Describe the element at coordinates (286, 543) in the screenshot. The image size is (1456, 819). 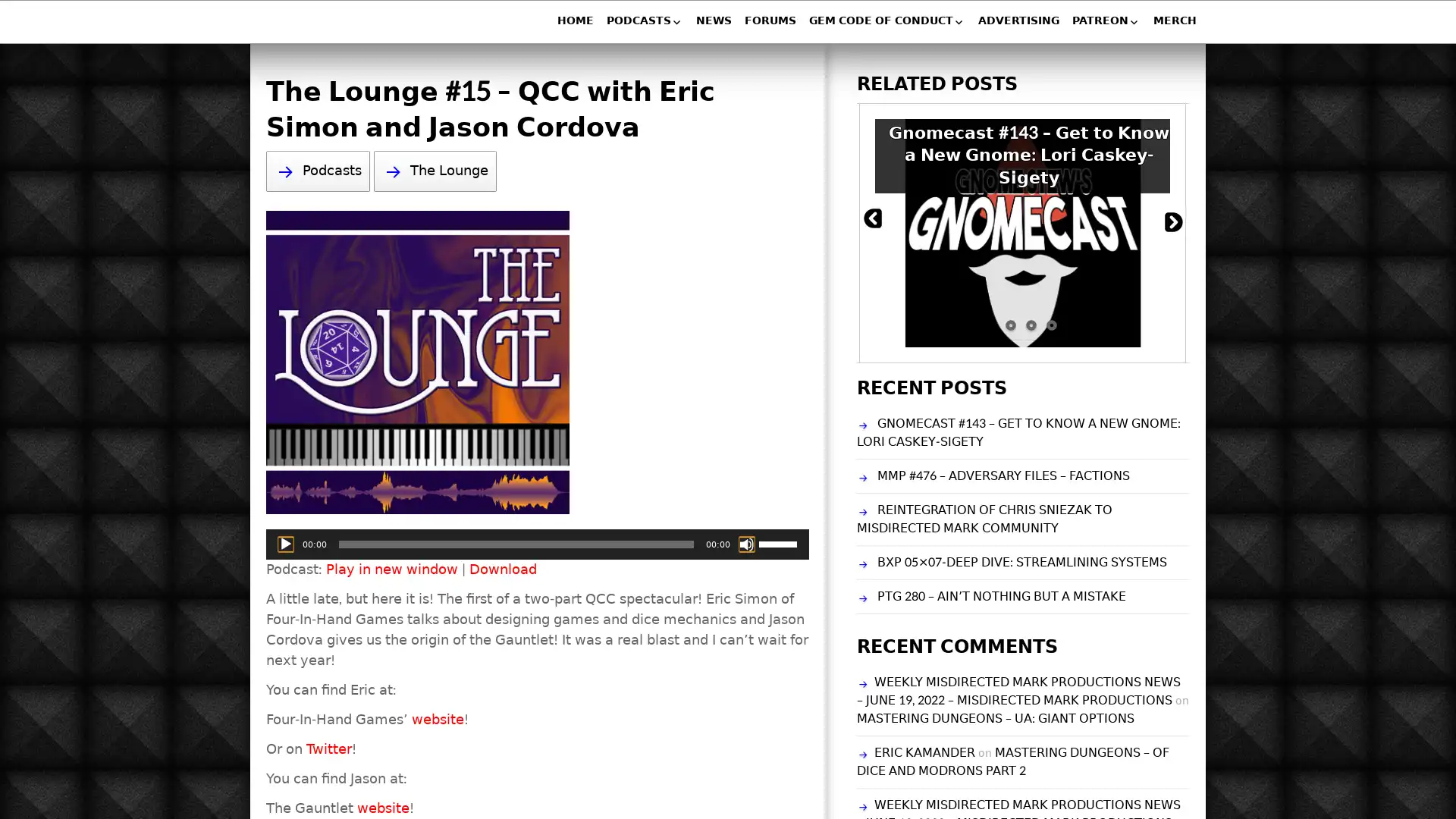
I see `Play` at that location.